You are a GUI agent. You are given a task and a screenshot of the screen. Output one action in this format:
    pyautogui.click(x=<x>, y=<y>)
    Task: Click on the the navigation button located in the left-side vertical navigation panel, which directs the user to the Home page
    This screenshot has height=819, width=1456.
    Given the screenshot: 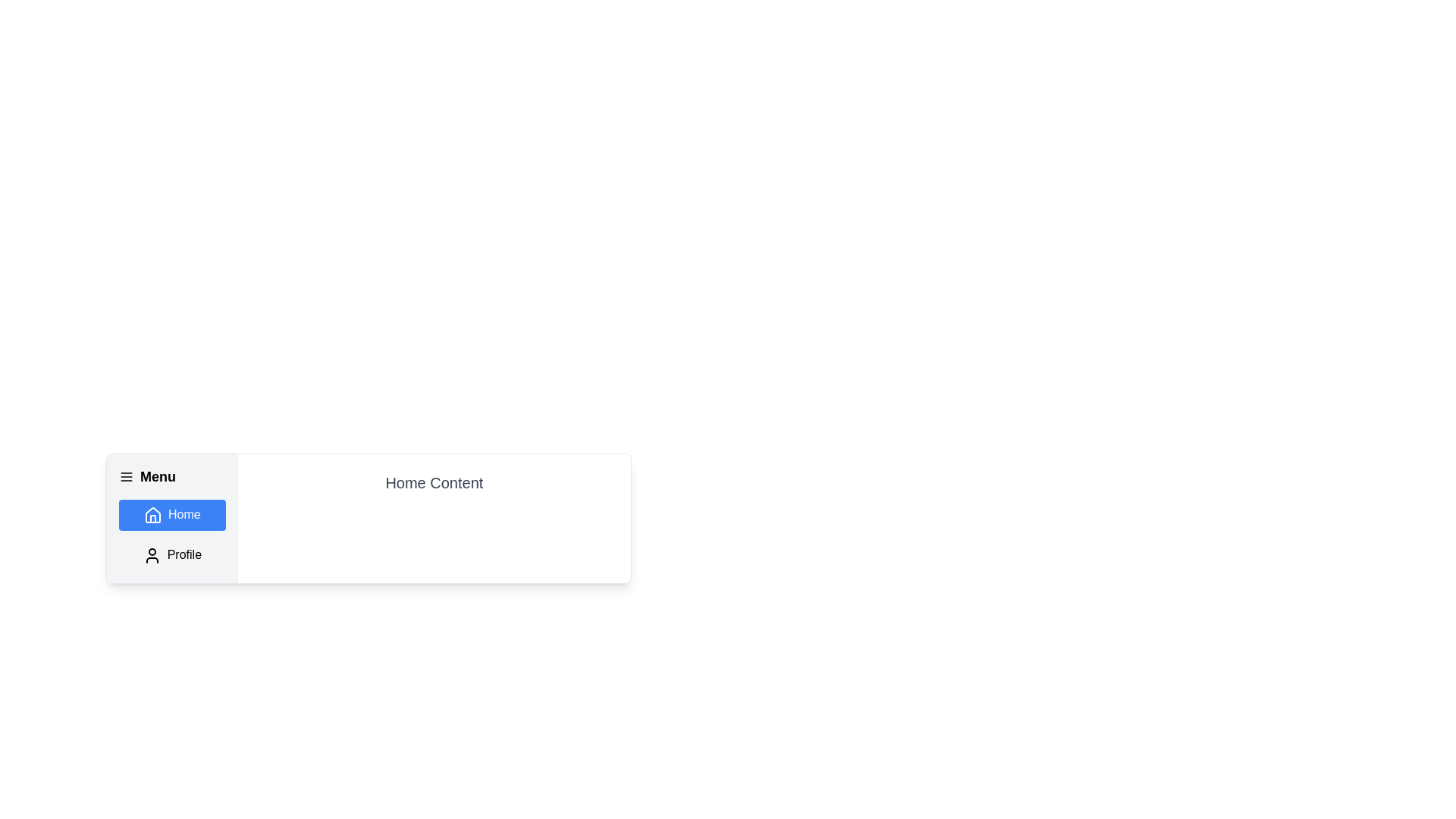 What is the action you would take?
    pyautogui.click(x=172, y=514)
    